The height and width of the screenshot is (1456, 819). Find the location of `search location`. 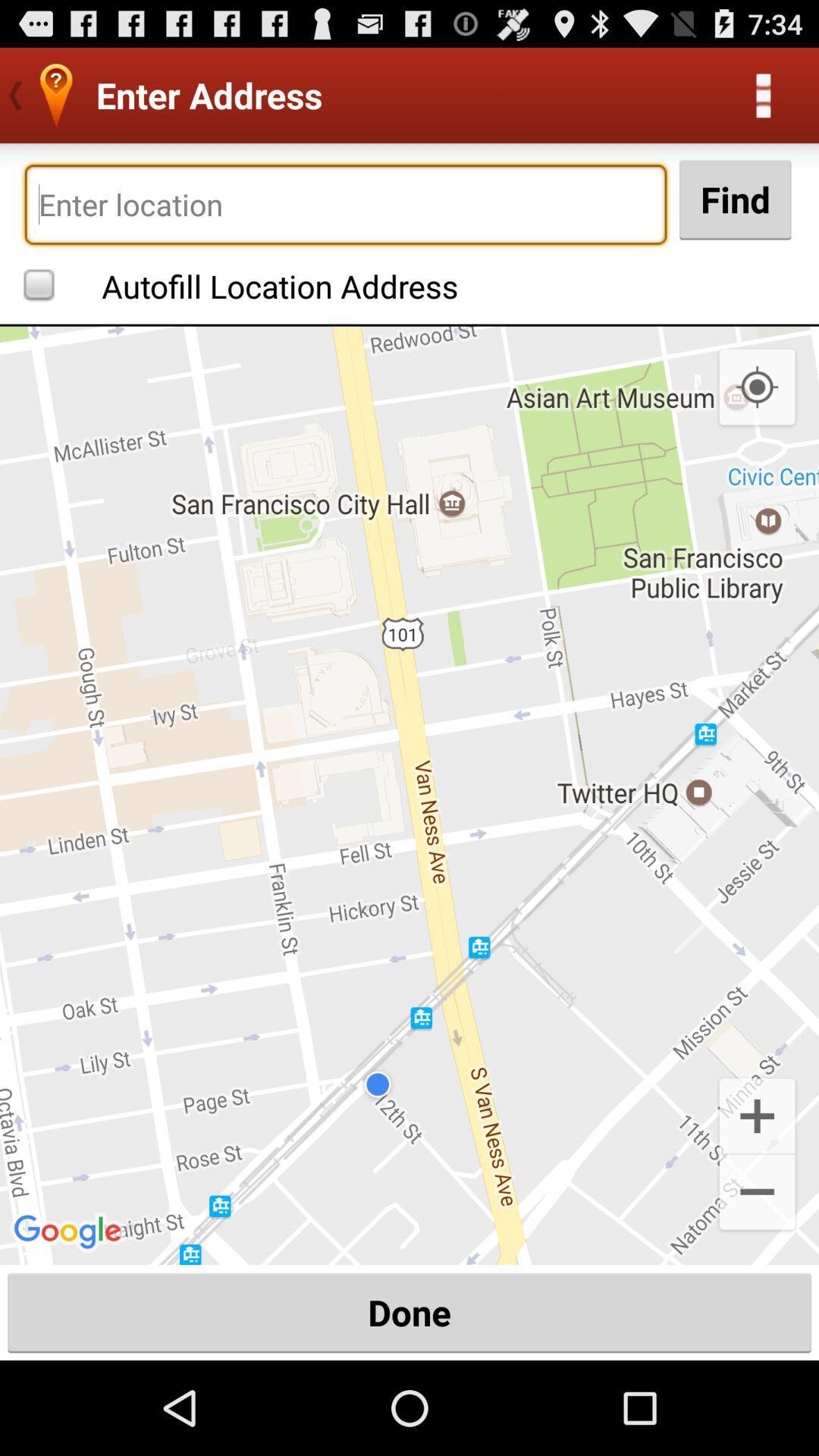

search location is located at coordinates (345, 203).